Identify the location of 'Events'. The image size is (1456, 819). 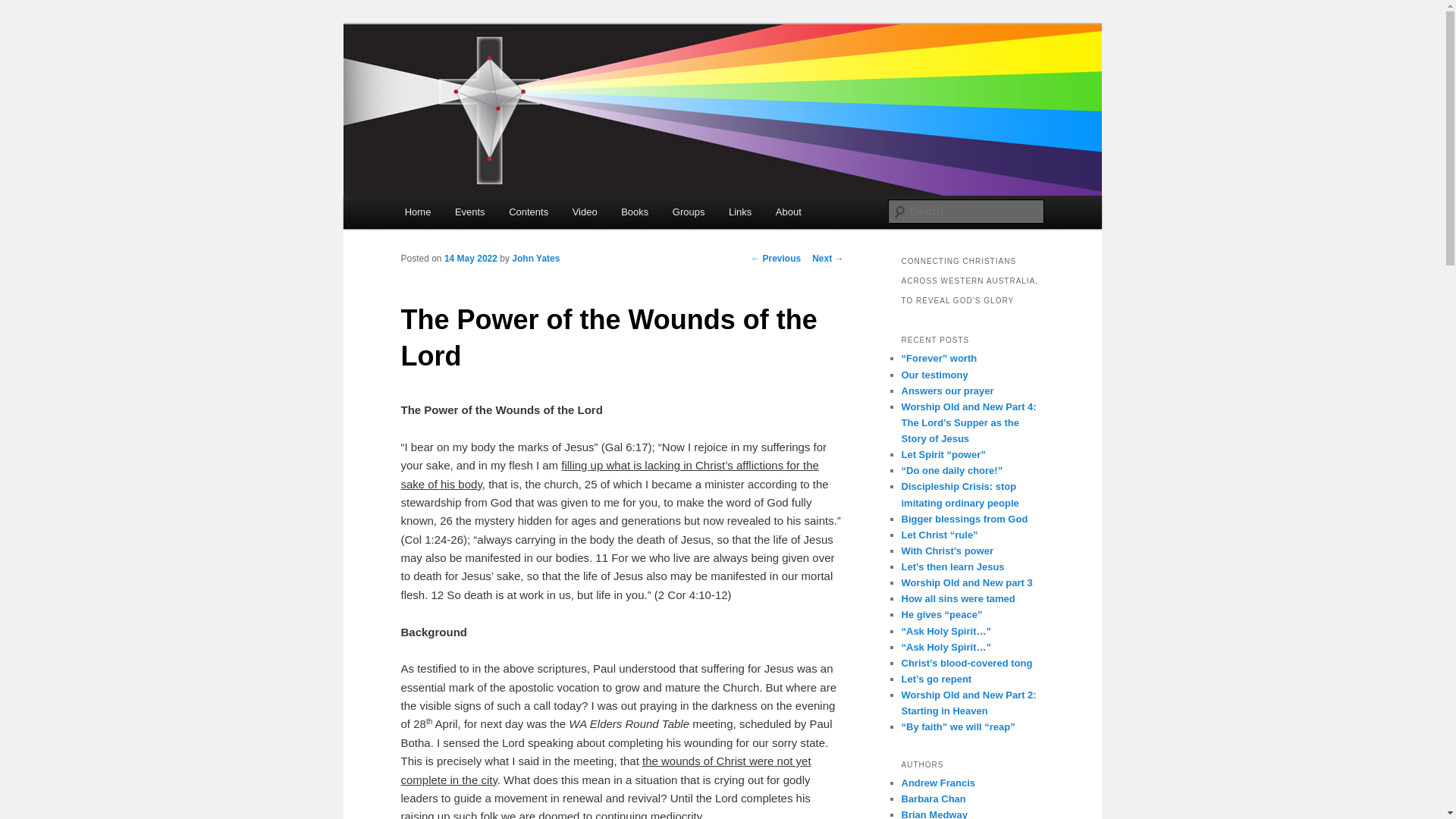
(442, 212).